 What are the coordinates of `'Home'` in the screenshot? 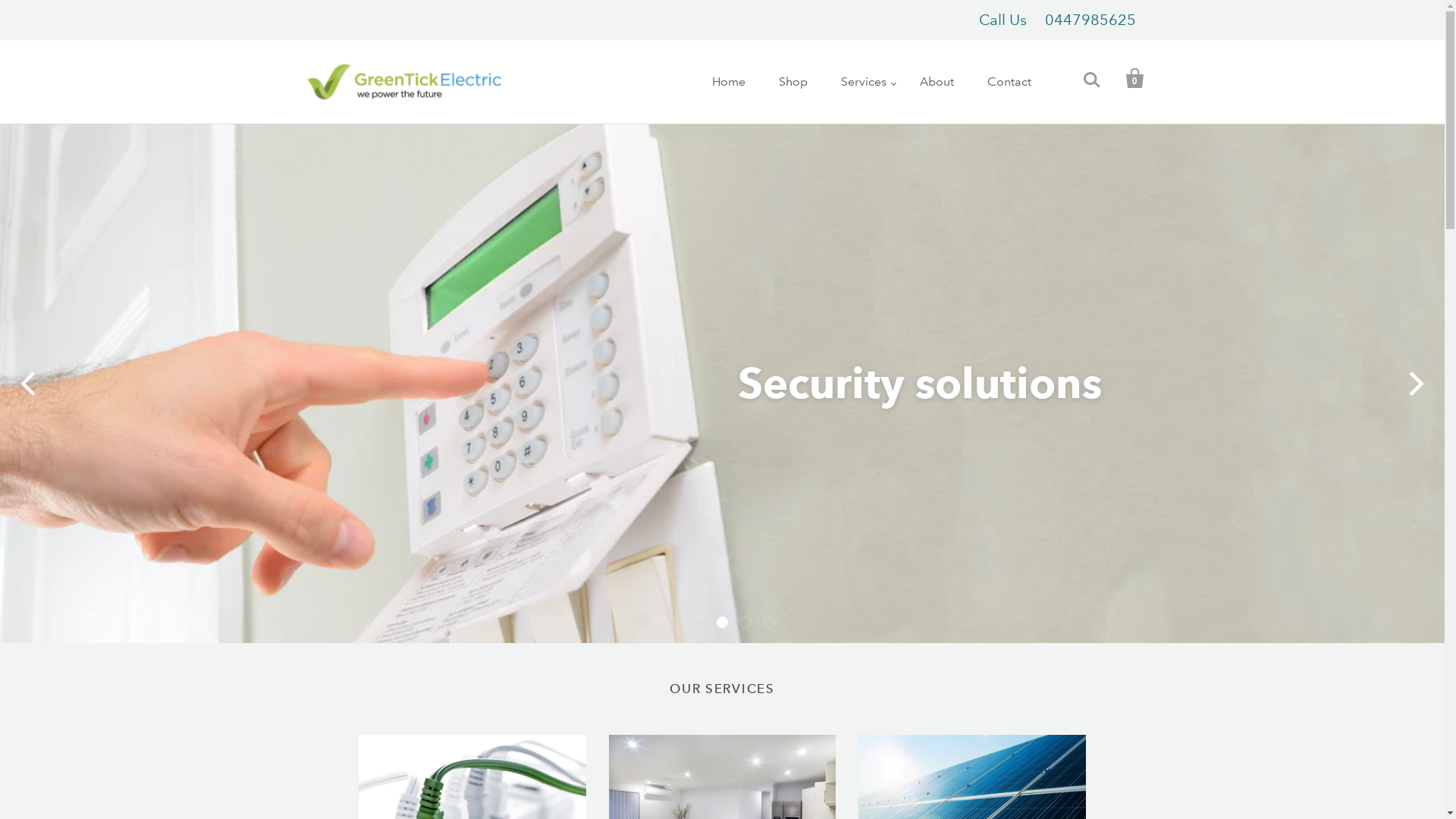 It's located at (695, 80).